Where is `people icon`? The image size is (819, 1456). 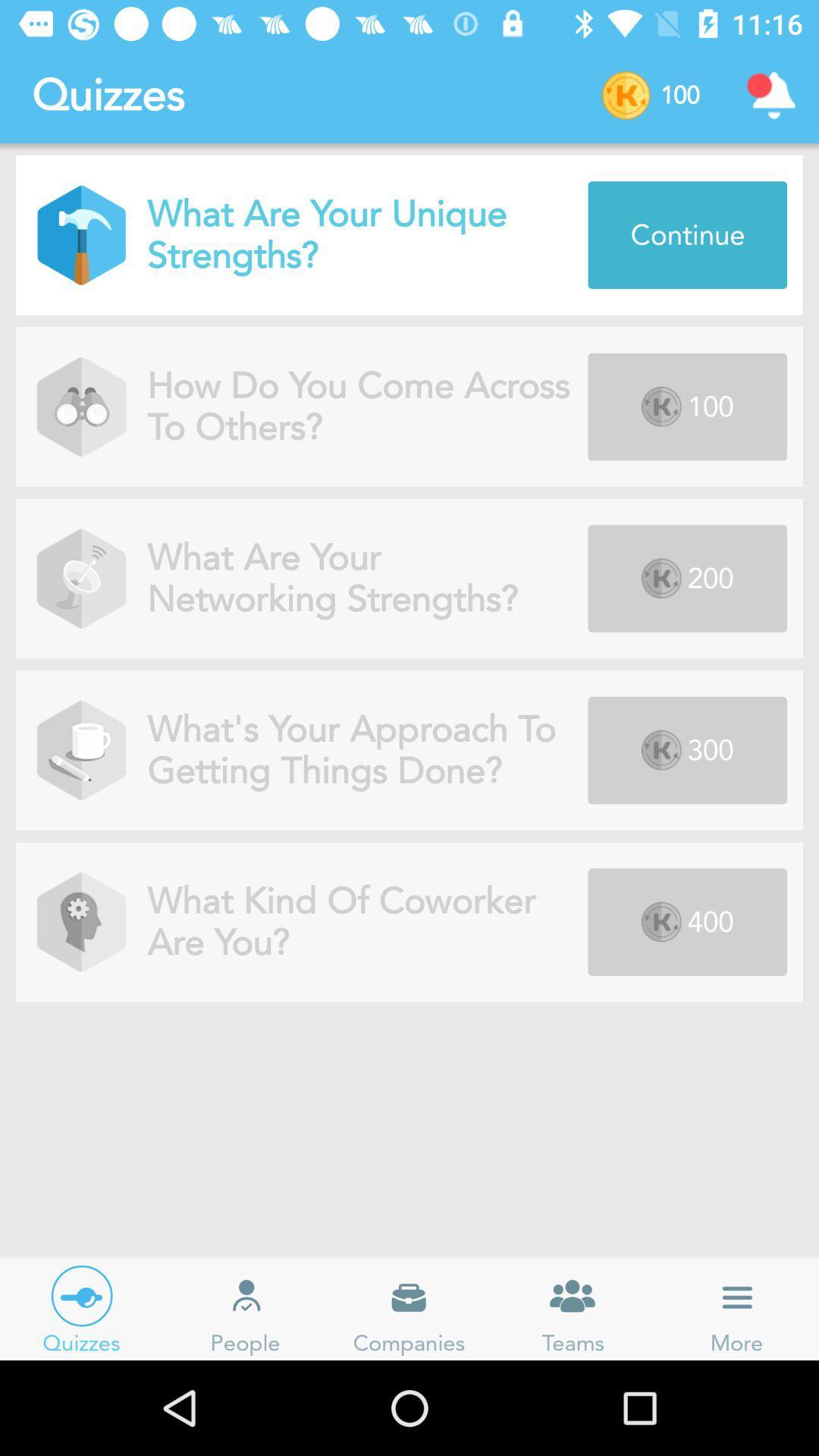 people icon is located at coordinates (245, 1295).